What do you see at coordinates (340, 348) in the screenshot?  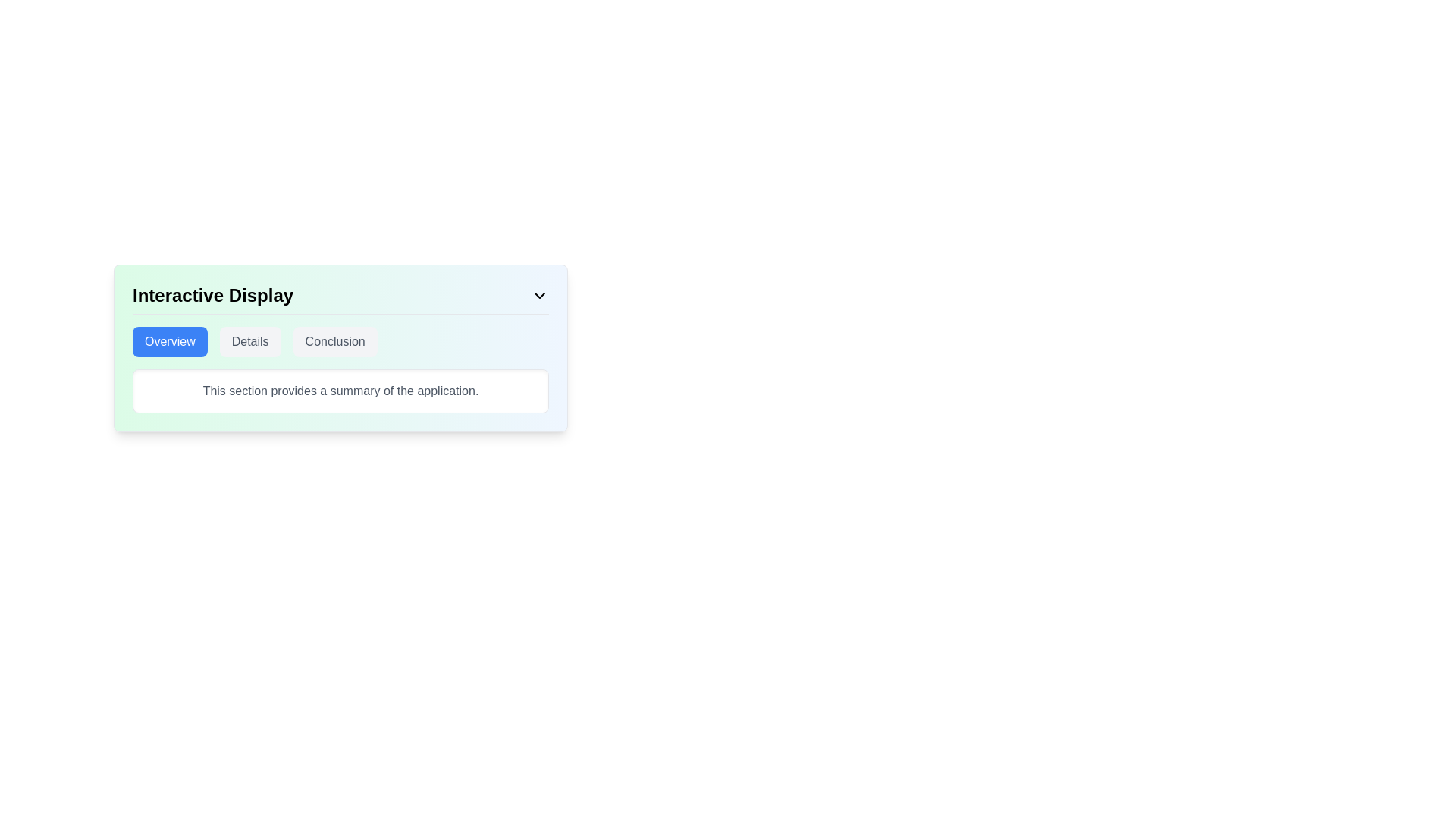 I see `descriptive text in the header and navigation bar located at the top of the interface, which includes the 'Overview,' 'Details,' and 'Conclusion' tabs` at bounding box center [340, 348].